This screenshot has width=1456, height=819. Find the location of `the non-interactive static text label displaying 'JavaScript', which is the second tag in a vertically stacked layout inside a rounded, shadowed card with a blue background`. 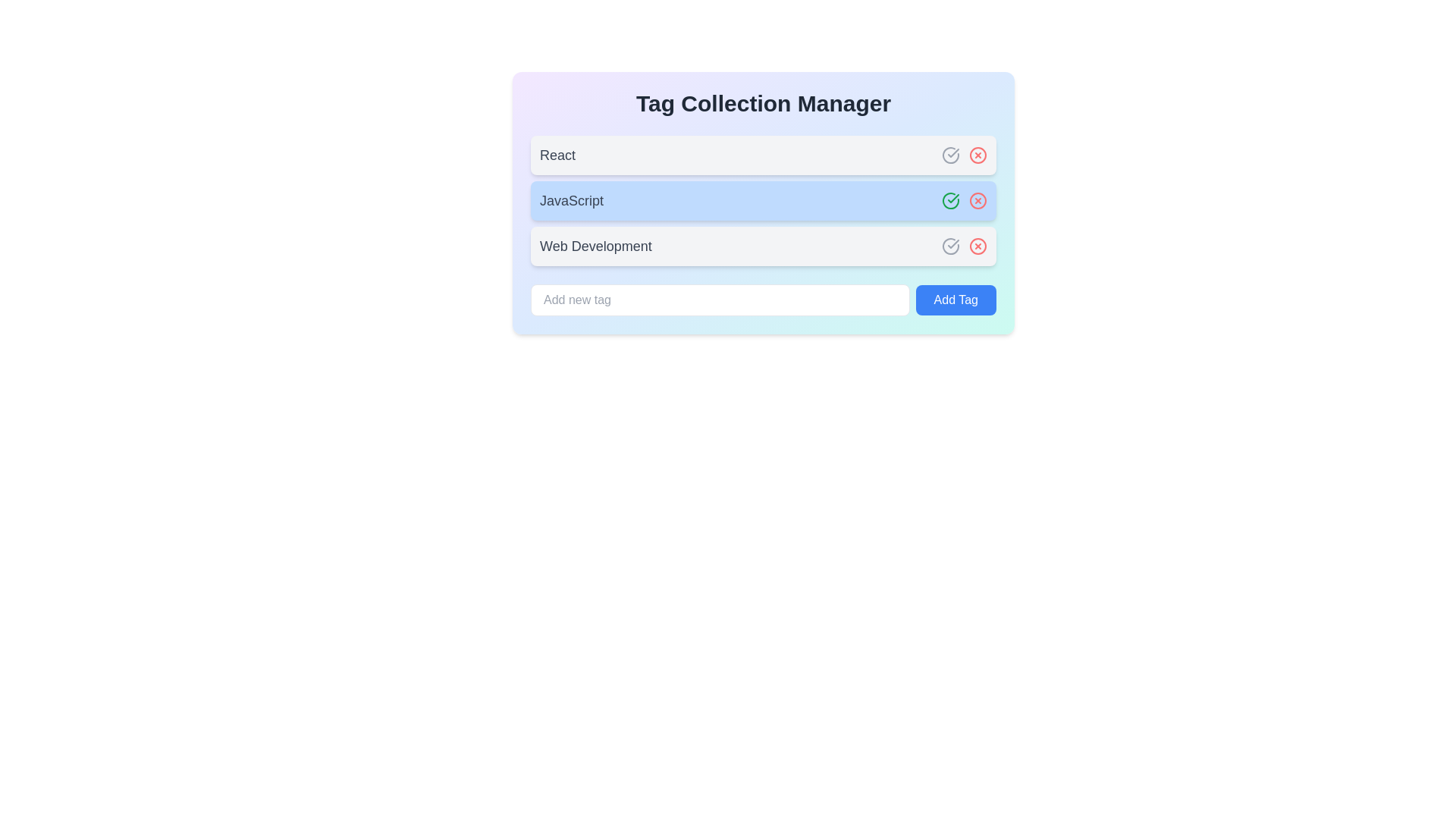

the non-interactive static text label displaying 'JavaScript', which is the second tag in a vertically stacked layout inside a rounded, shadowed card with a blue background is located at coordinates (570, 200).